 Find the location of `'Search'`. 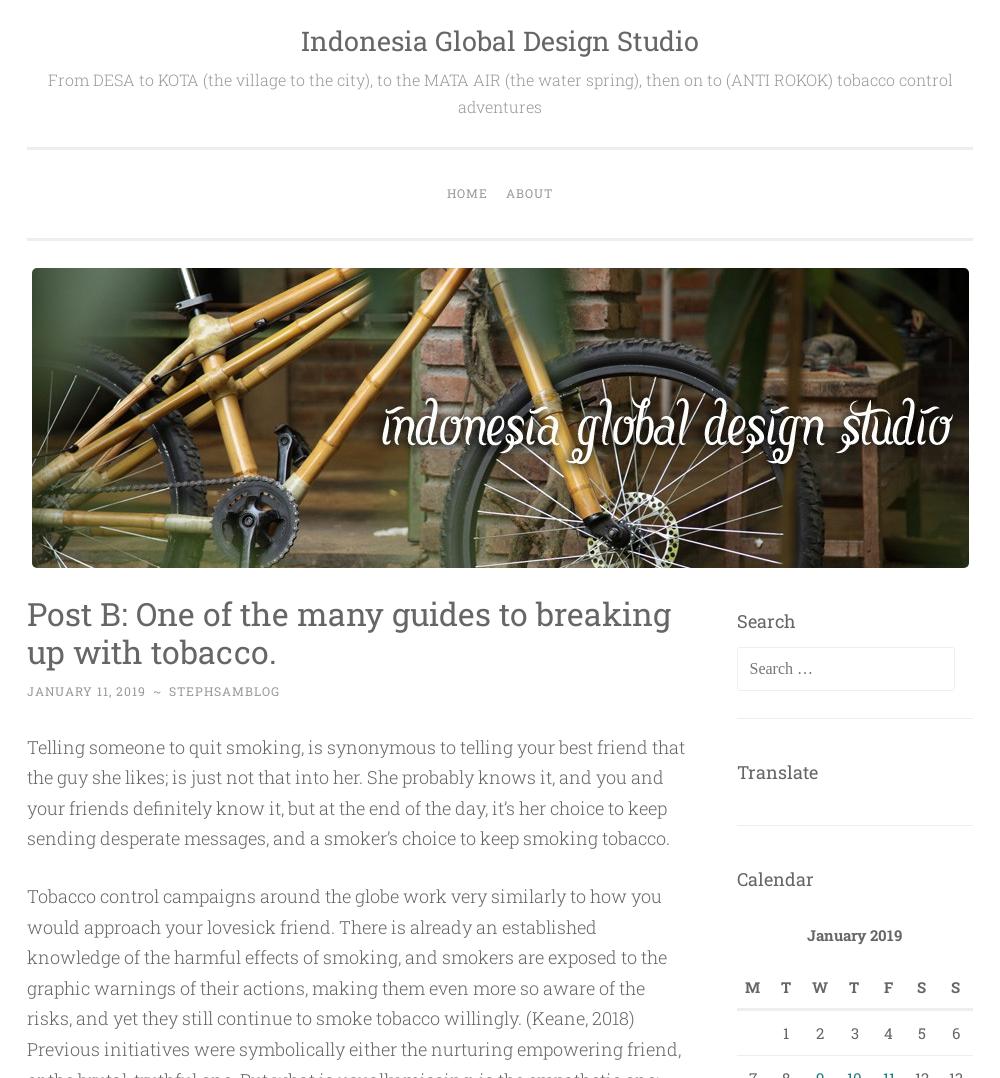

'Search' is located at coordinates (765, 618).